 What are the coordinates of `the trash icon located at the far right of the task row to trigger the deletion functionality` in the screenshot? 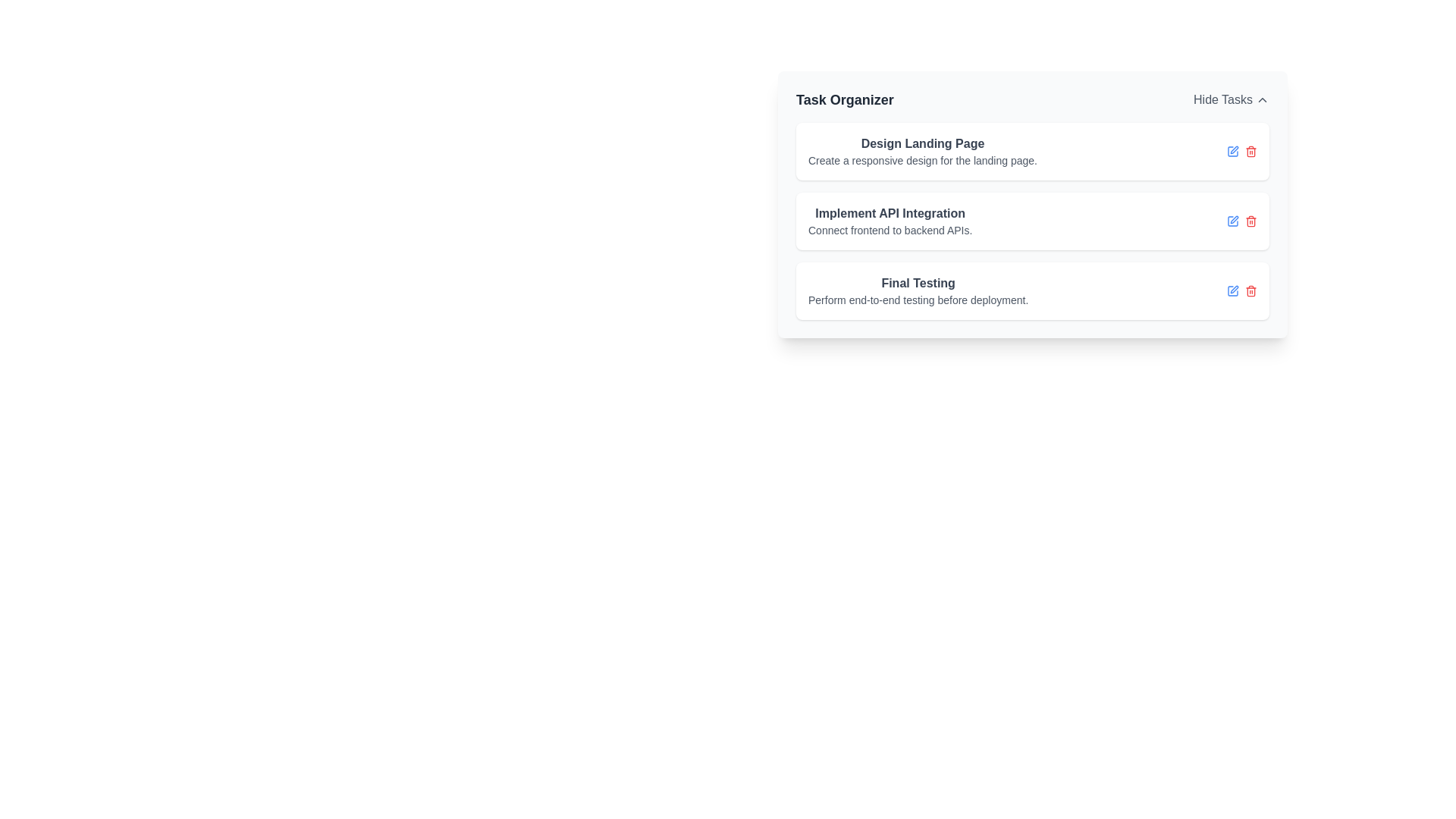 It's located at (1251, 222).